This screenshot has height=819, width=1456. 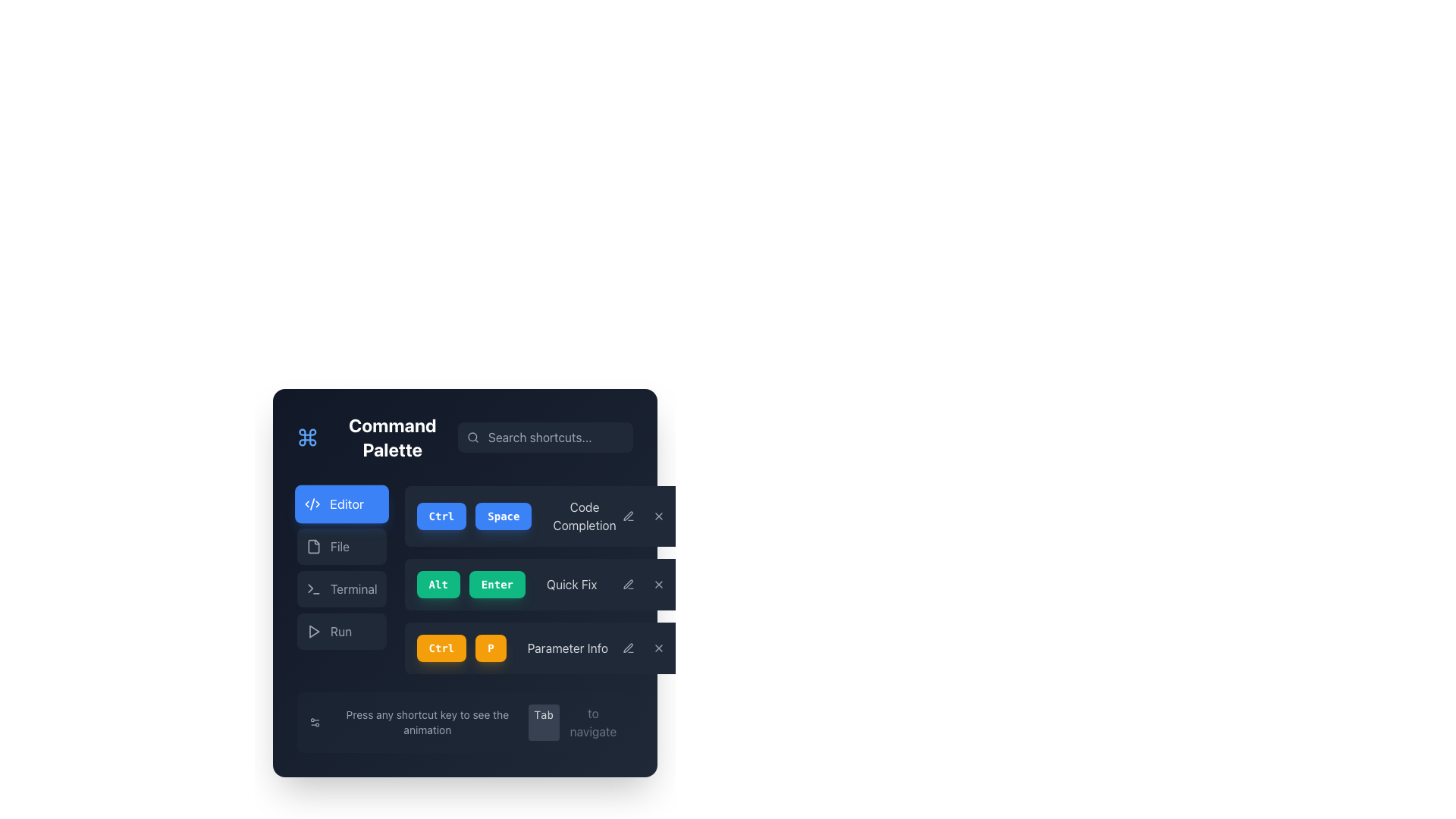 I want to click on the close button for the 'Code Completion' functionality, located on the rightmost side of the command palette interface segment, so click(x=658, y=516).